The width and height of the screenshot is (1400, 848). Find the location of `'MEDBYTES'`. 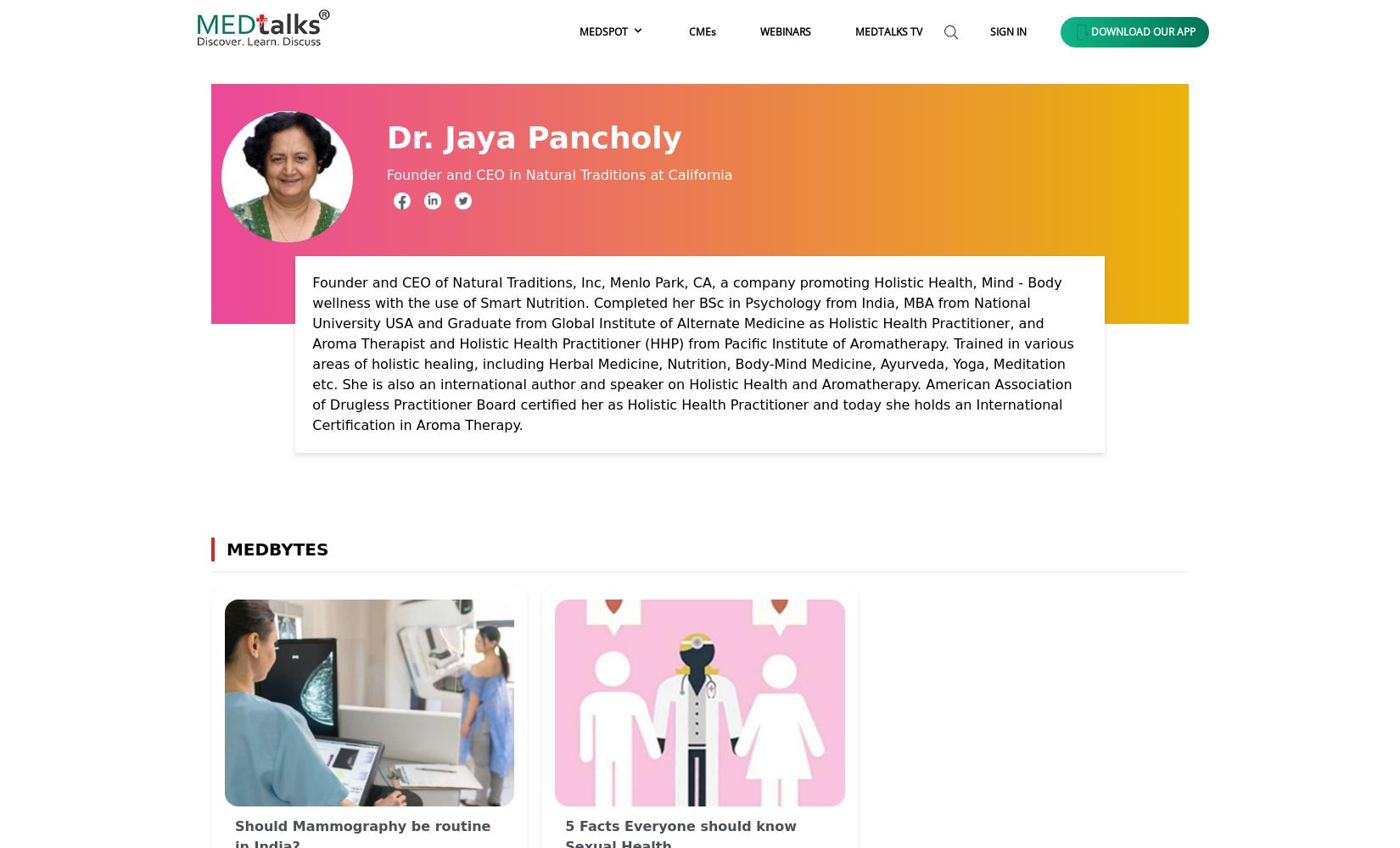

'MEDBYTES' is located at coordinates (271, 549).